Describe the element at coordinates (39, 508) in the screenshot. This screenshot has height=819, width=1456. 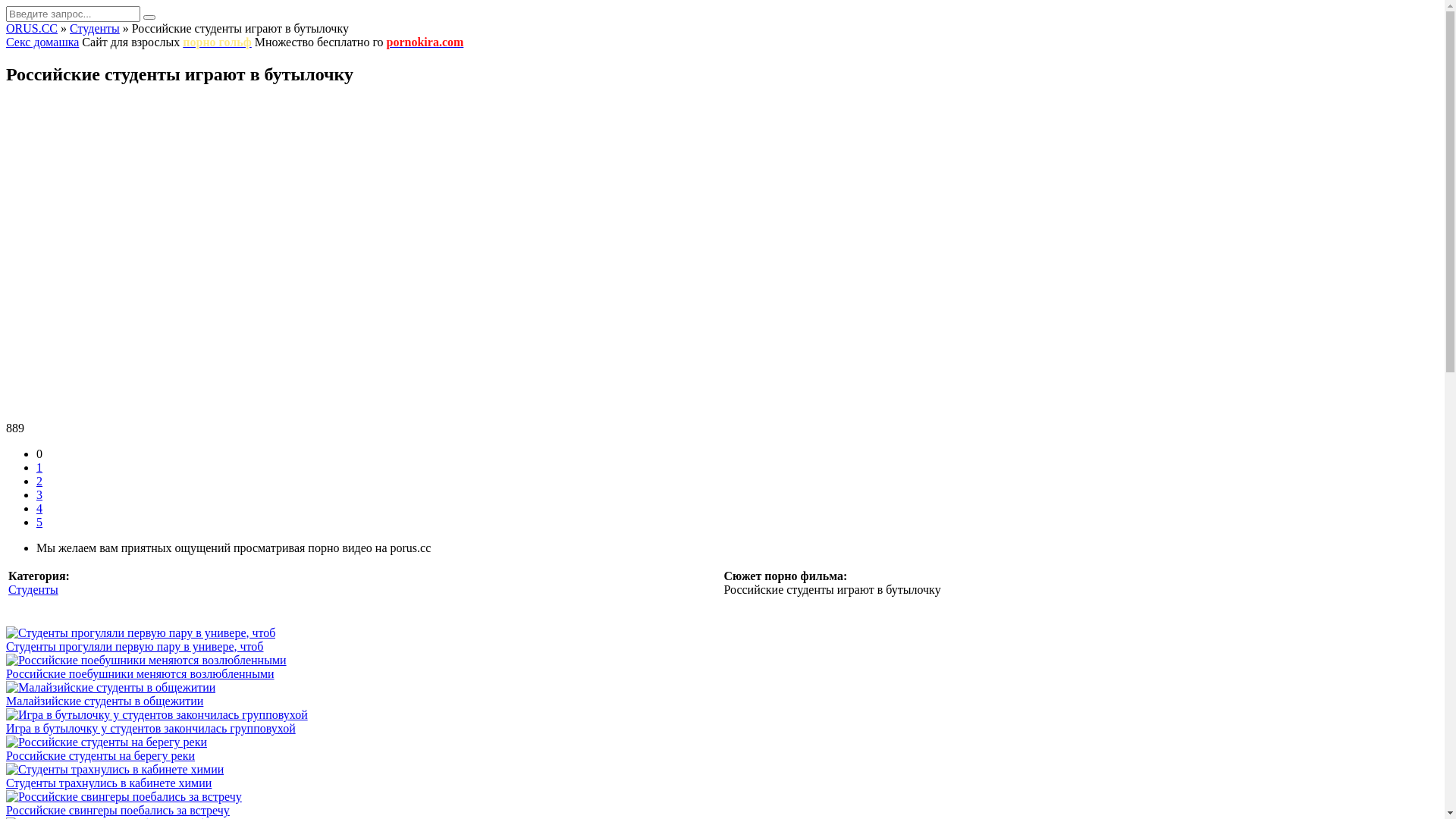
I see `'4'` at that location.